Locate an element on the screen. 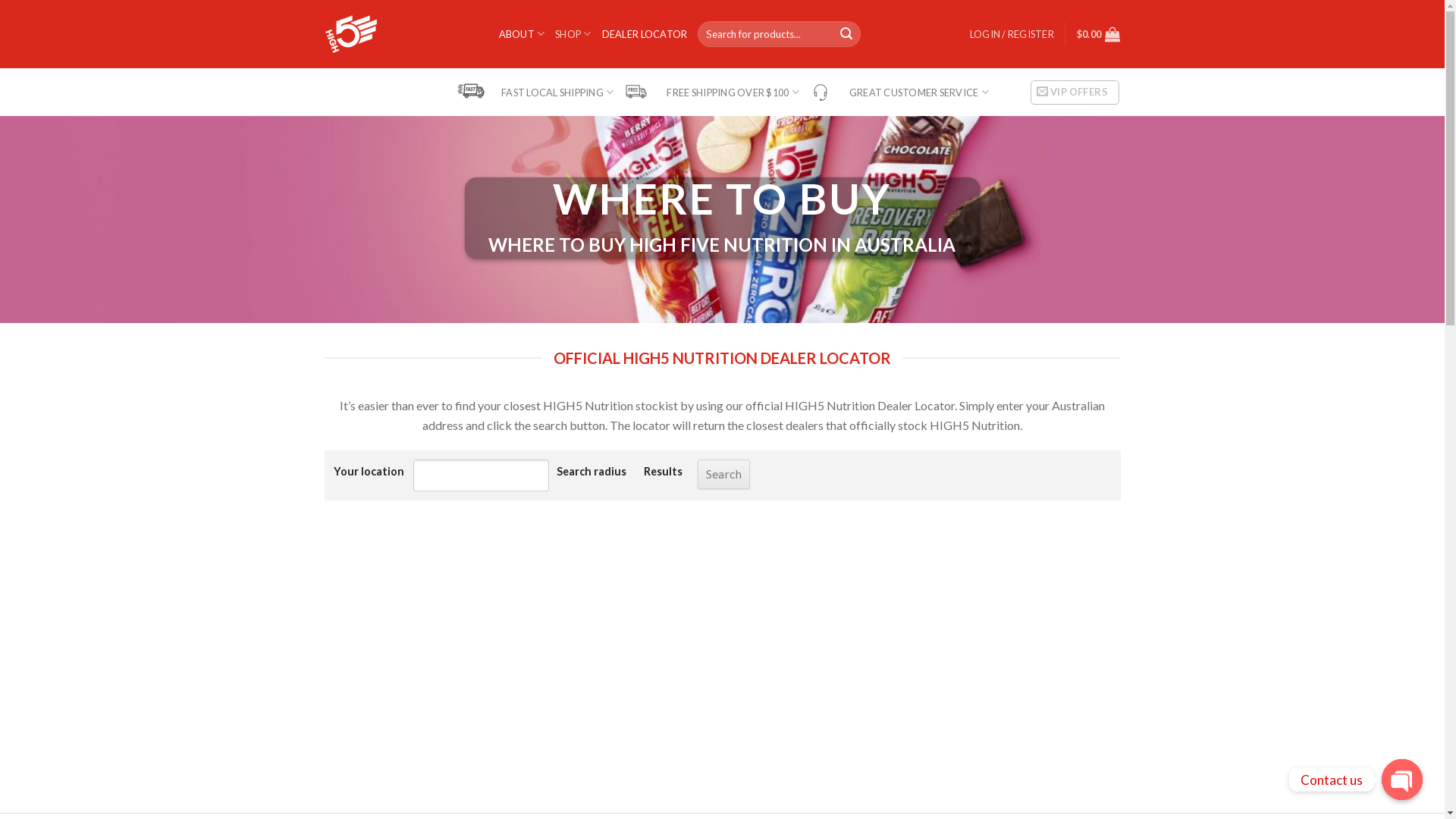 The image size is (1456, 819). 'SHOP' is located at coordinates (554, 33).